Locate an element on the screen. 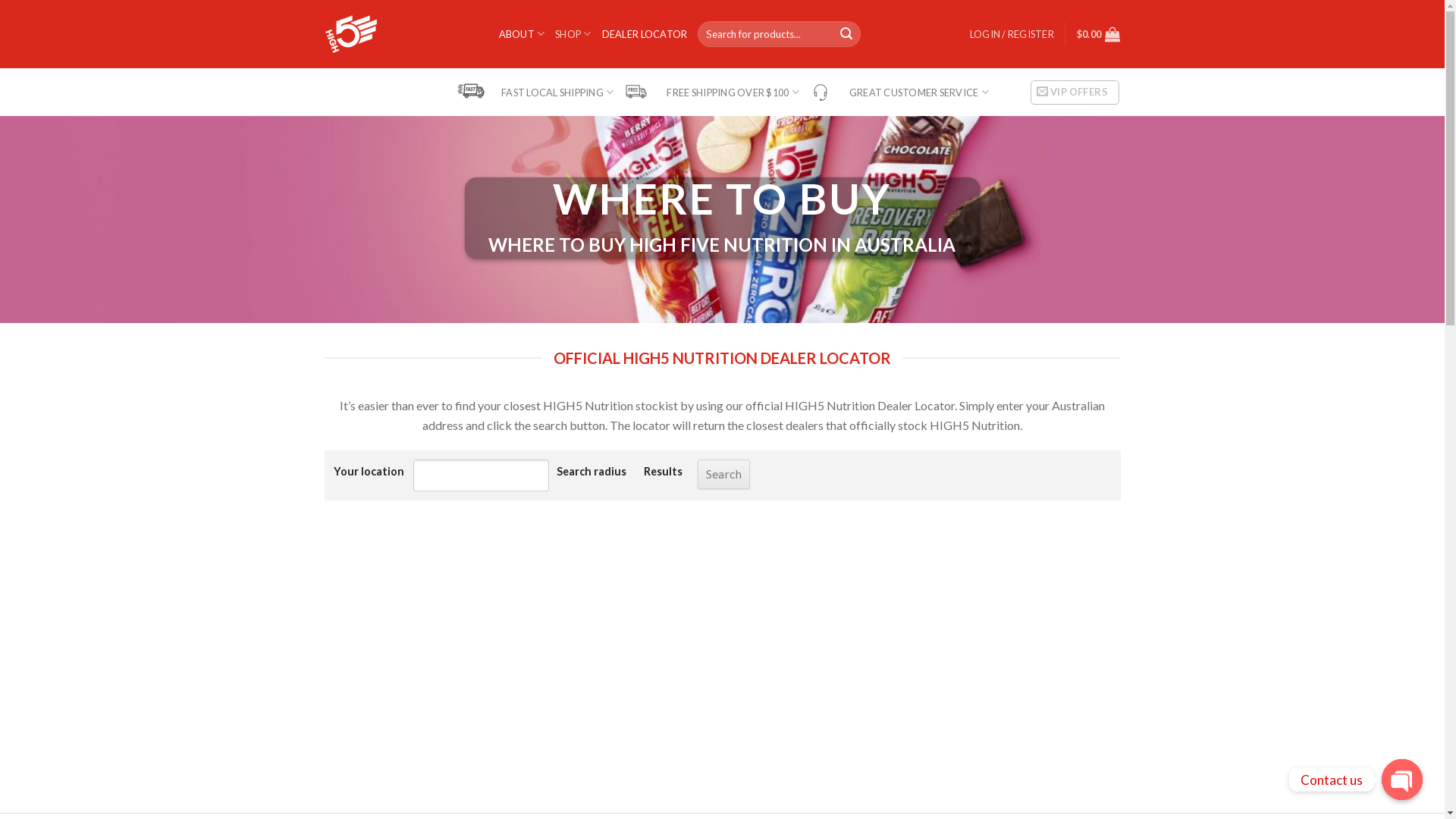 The image size is (1456, 819). 'SHOP' is located at coordinates (554, 33).